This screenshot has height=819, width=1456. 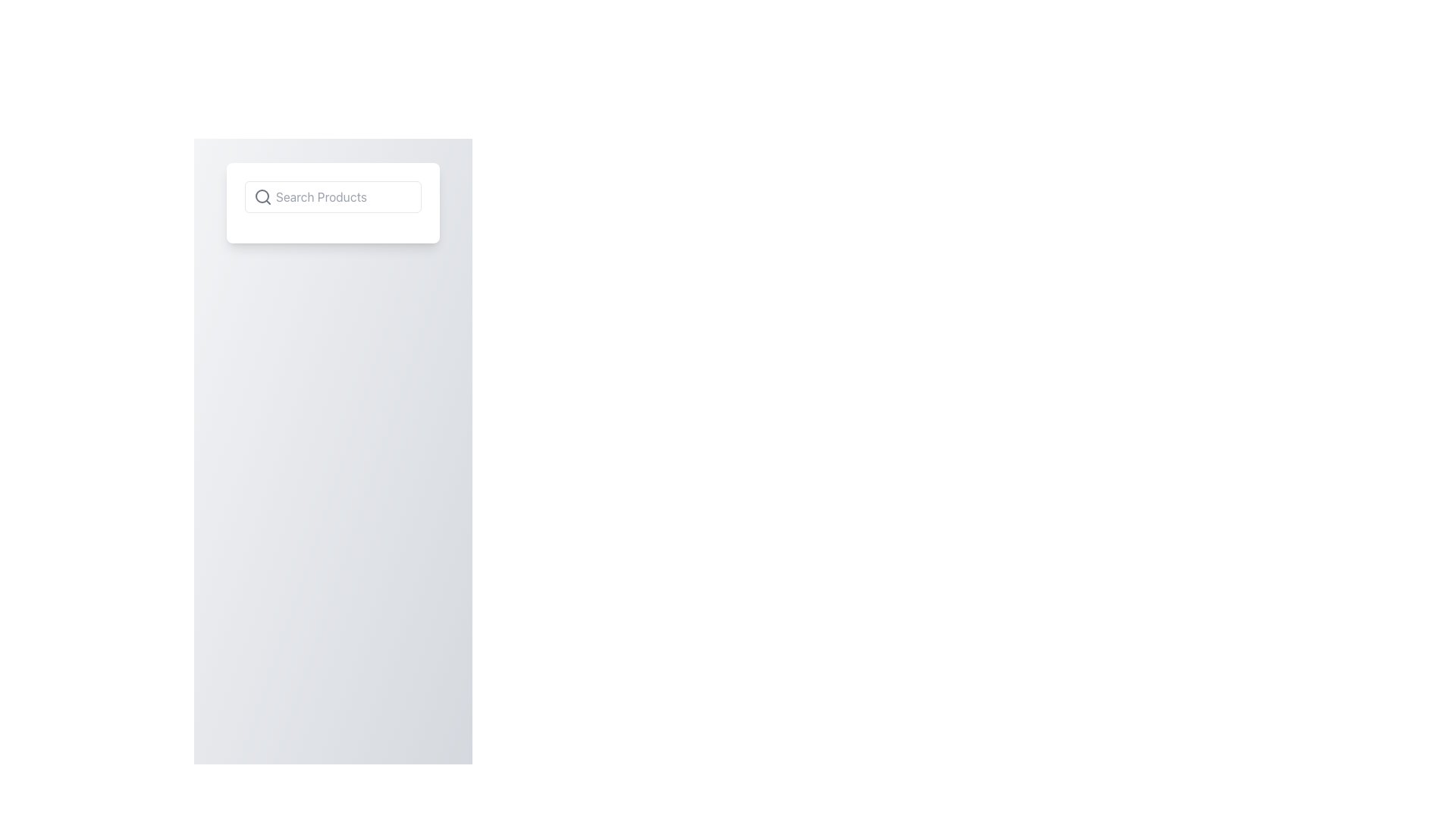 I want to click on the input field by clicking on the magnifying glass icon, which is styled with a circular border and located to the left of the 'Search Products' placeholder, so click(x=262, y=196).